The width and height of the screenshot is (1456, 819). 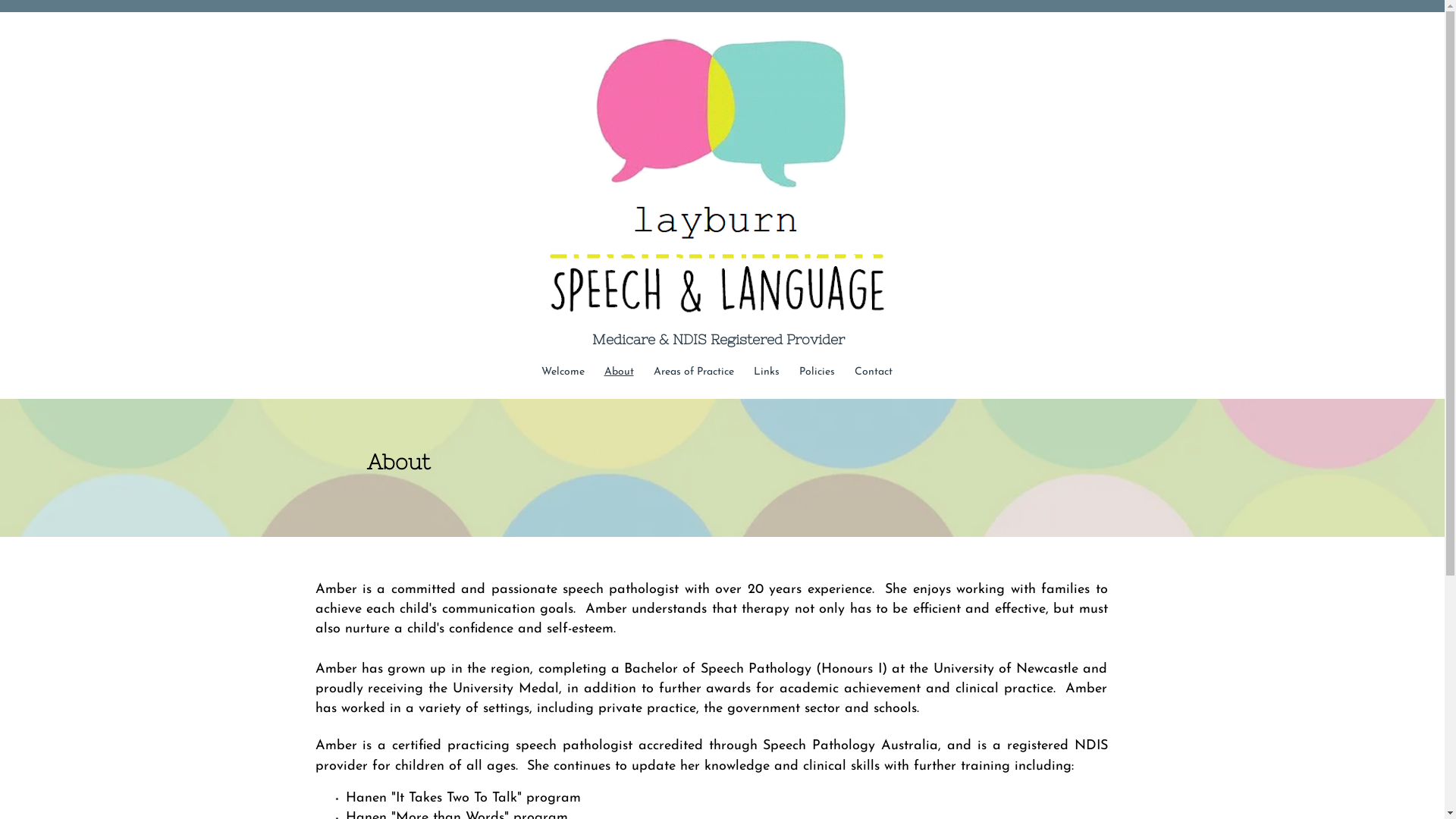 I want to click on 'Welcome', so click(x=561, y=372).